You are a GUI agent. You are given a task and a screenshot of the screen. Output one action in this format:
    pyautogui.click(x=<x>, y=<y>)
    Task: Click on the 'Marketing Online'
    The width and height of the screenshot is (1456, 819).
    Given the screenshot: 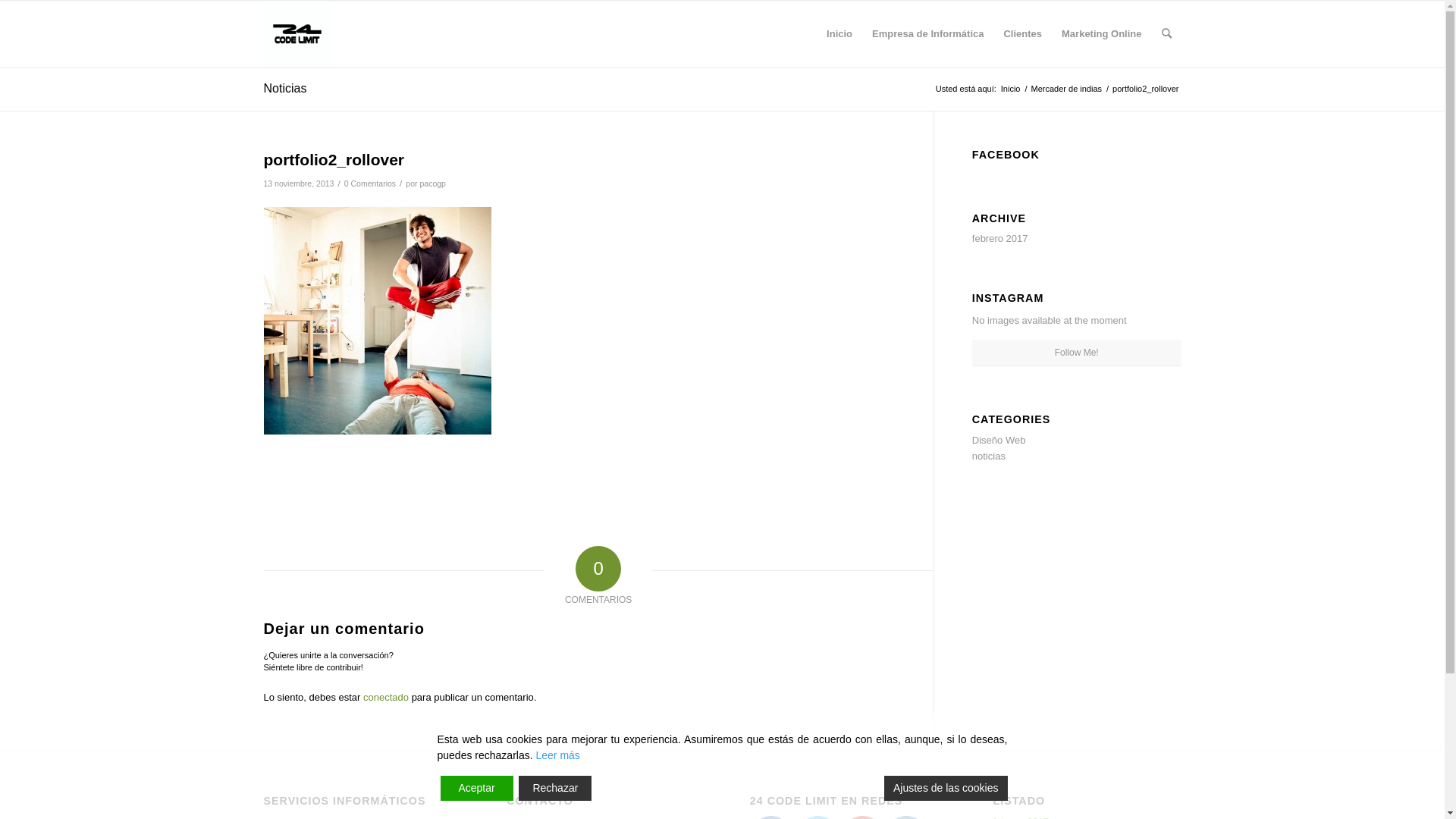 What is the action you would take?
    pyautogui.click(x=1101, y=34)
    